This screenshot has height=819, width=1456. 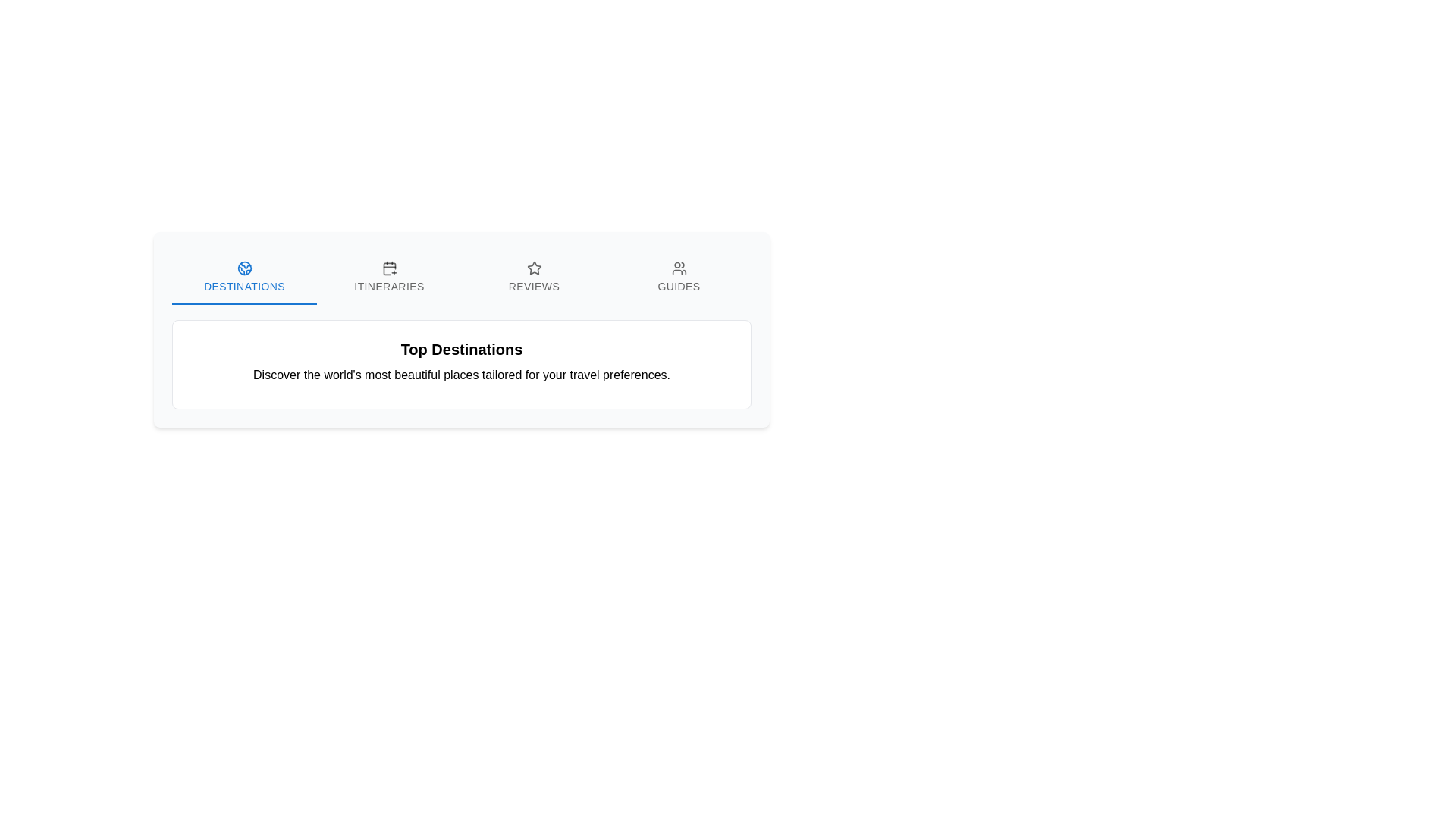 I want to click on the third tab button, so click(x=534, y=278).